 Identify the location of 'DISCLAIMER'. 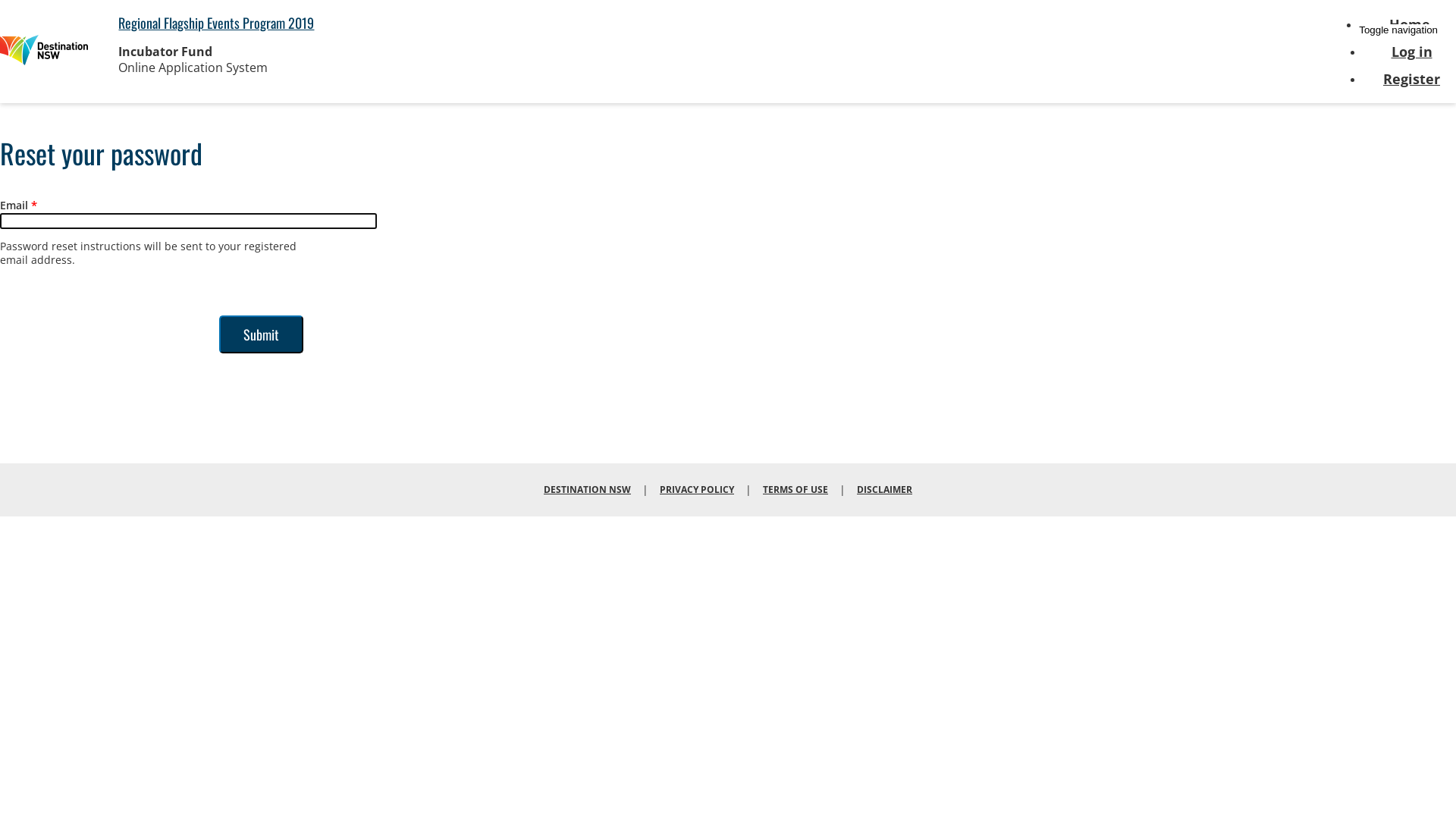
(884, 489).